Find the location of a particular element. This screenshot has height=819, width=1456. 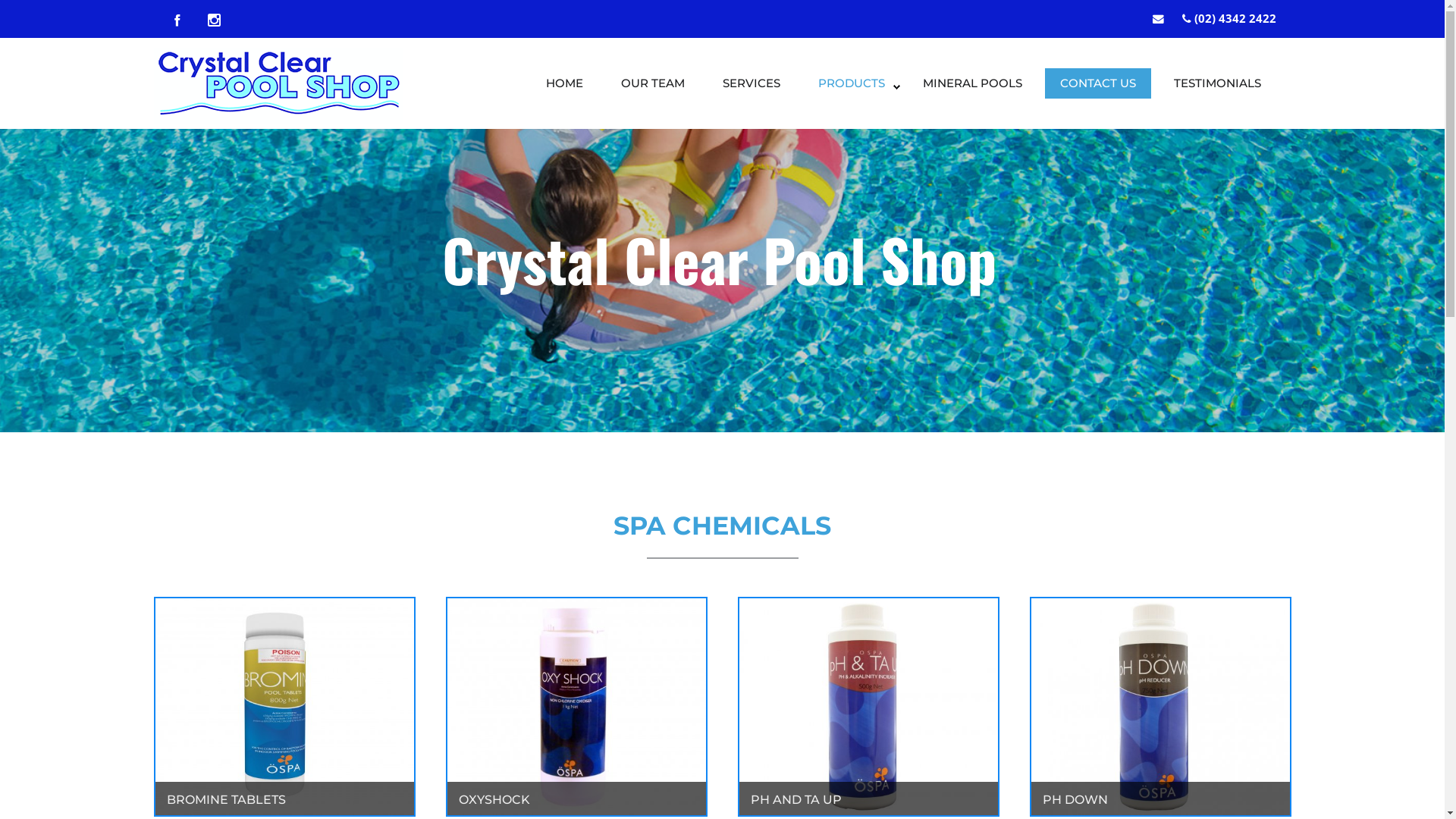

'SERVICES' is located at coordinates (750, 87).